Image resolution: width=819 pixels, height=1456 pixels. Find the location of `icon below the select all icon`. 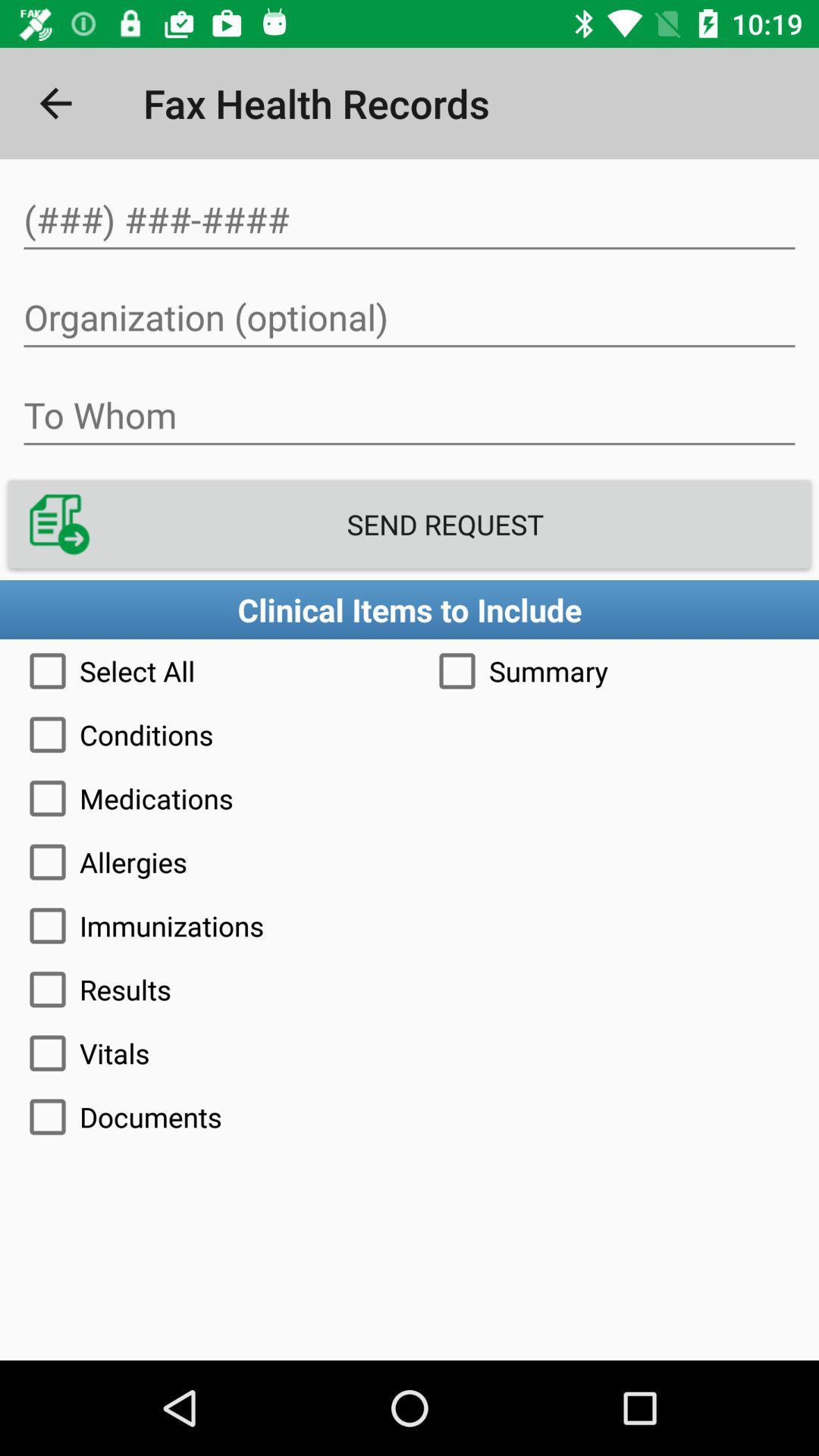

icon below the select all icon is located at coordinates (409, 735).